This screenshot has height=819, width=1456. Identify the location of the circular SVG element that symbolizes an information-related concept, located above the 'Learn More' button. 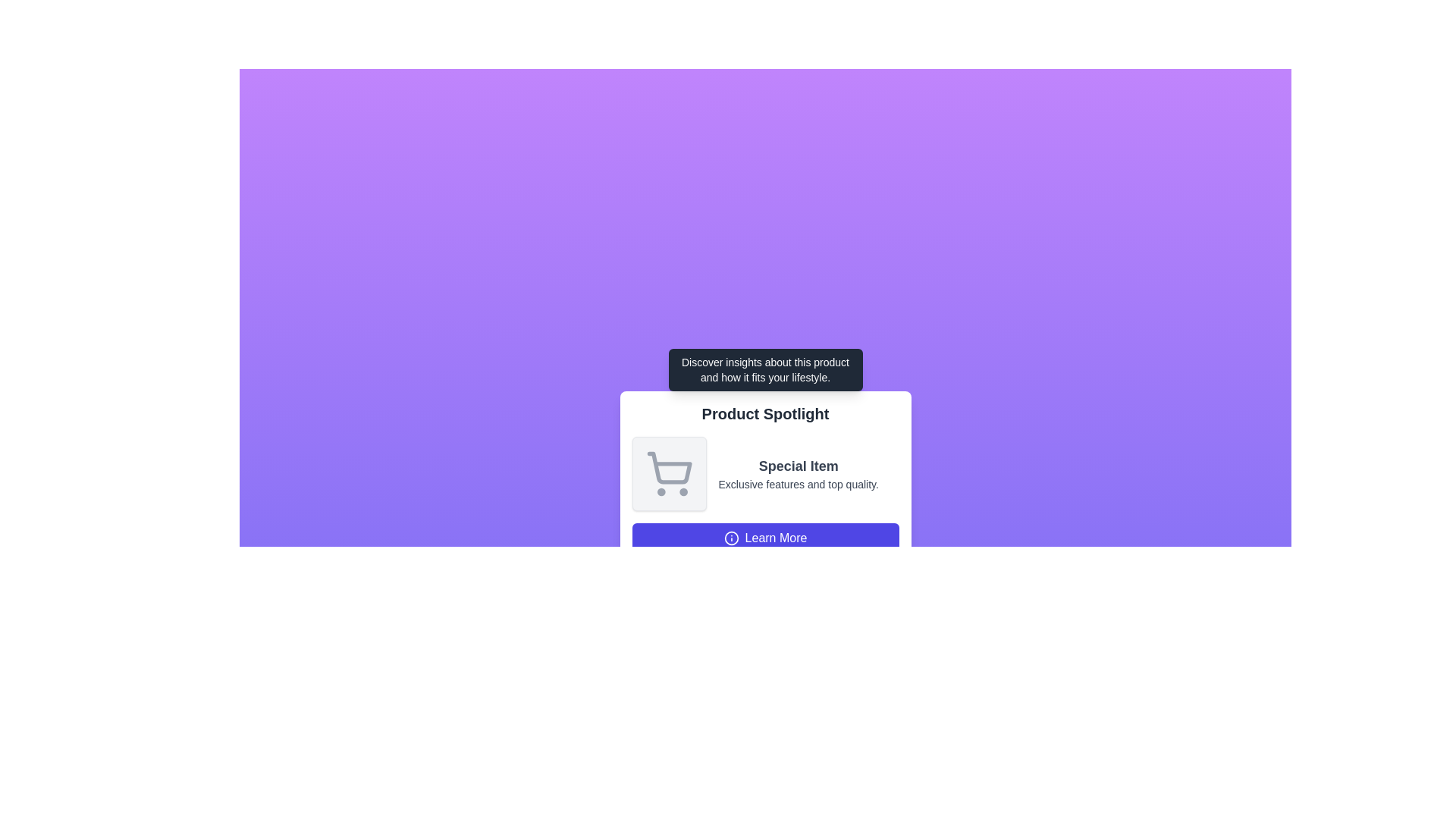
(731, 537).